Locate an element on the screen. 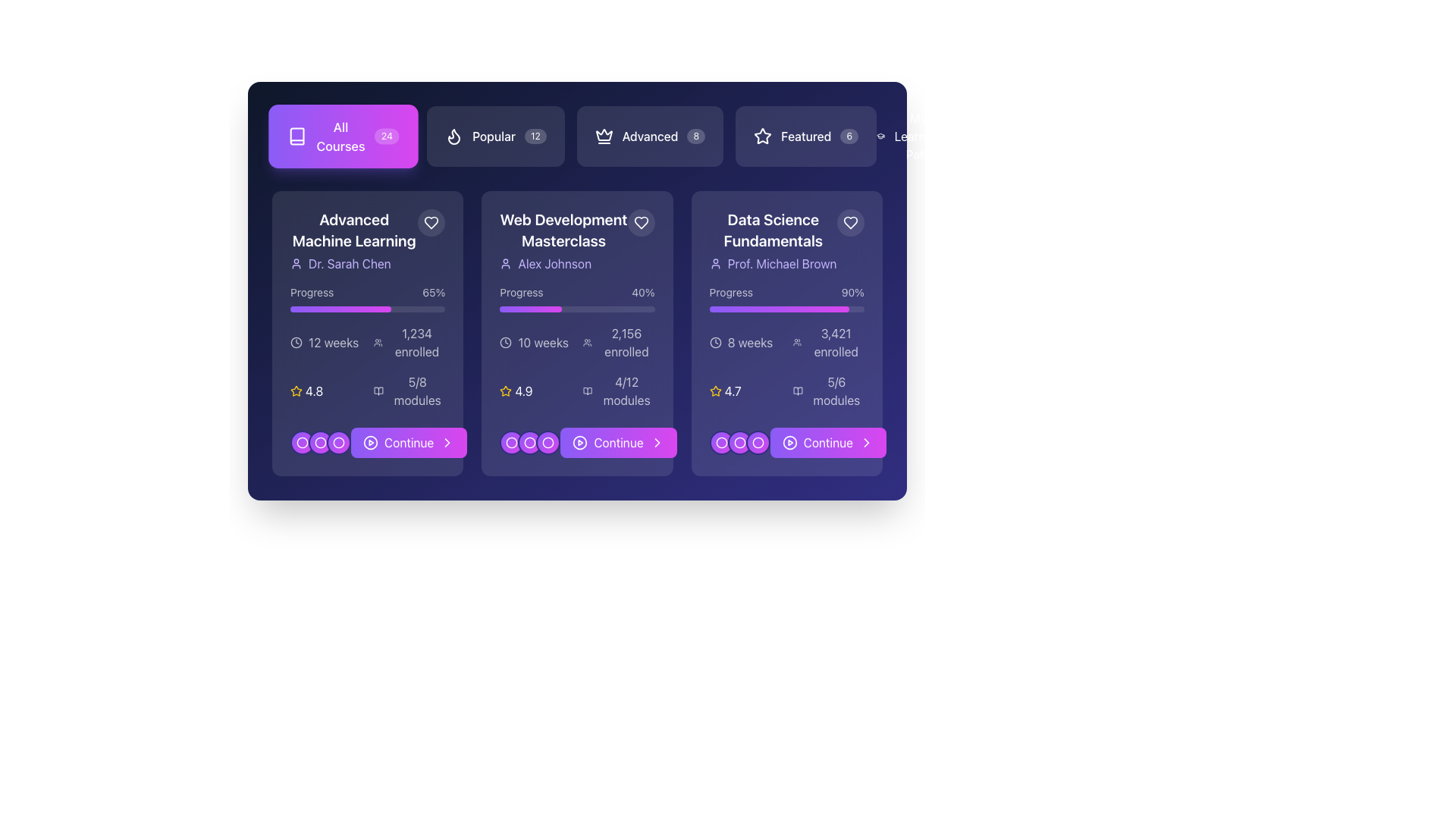  the 'All Courses' icon located on the top left of the interface, aligned with the text 'All Courses', below the navigation bar is located at coordinates (297, 136).